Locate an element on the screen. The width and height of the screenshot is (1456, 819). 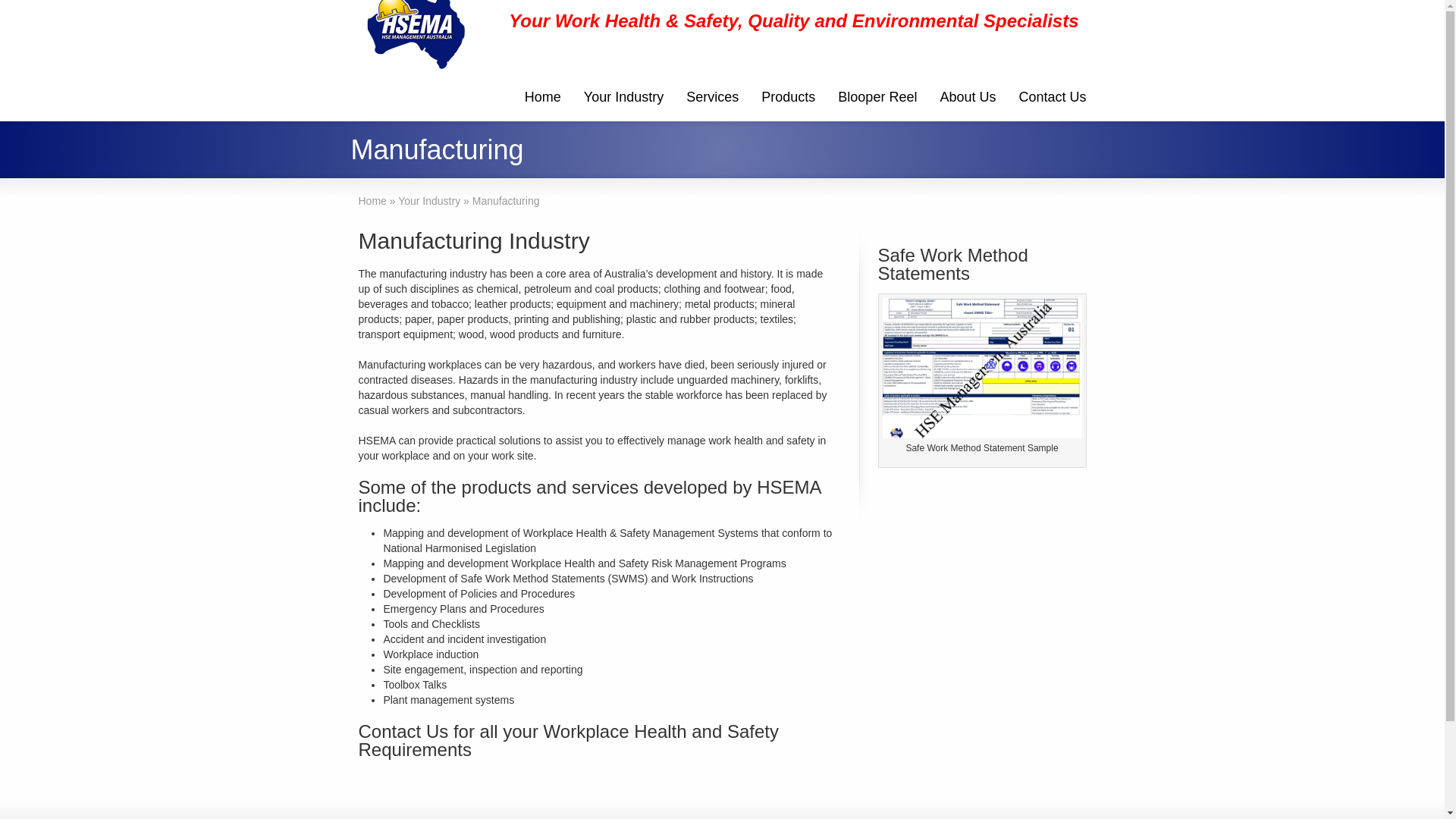
'Your Industry' is located at coordinates (623, 99).